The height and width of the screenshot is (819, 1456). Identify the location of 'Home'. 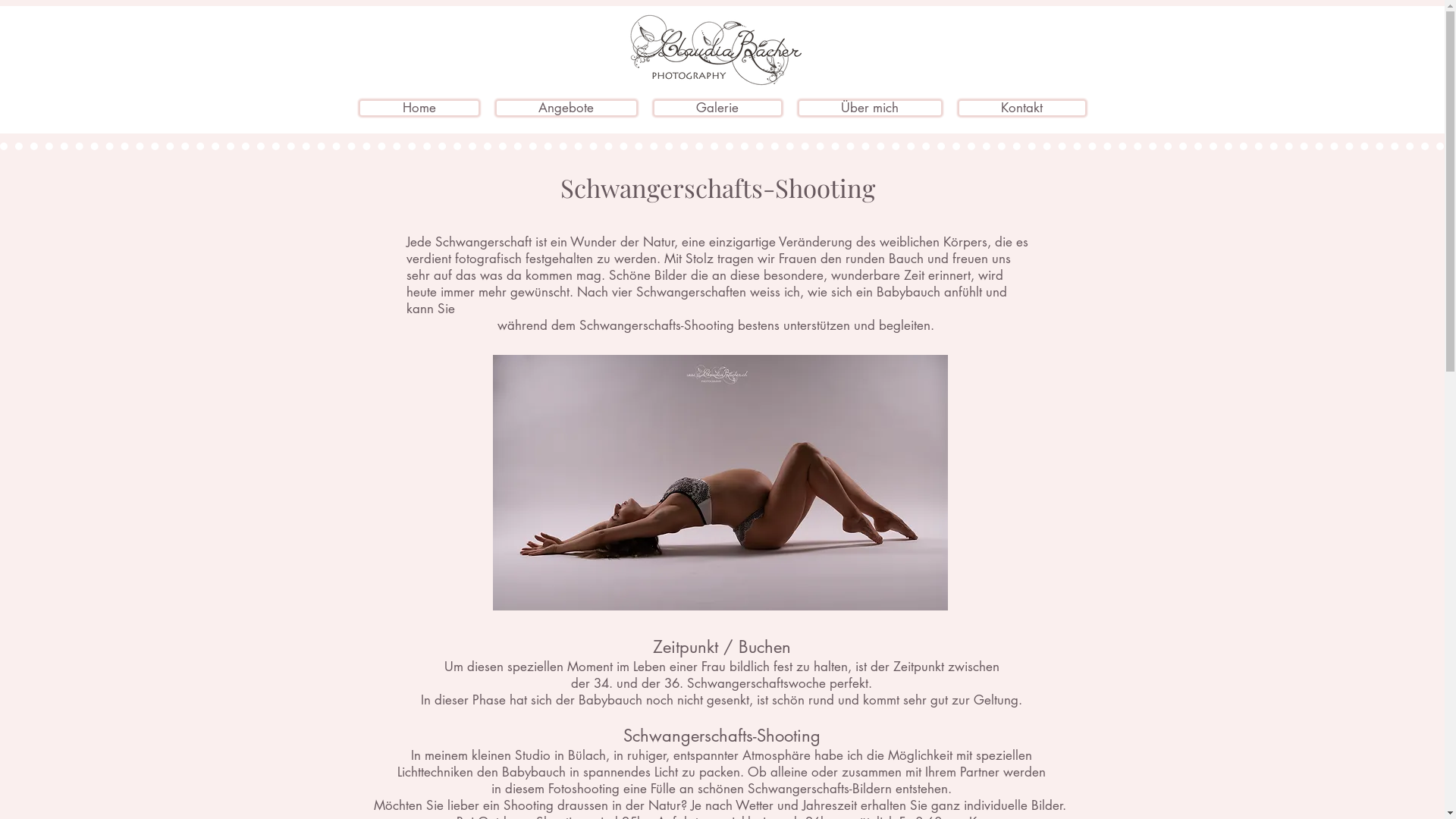
(356, 107).